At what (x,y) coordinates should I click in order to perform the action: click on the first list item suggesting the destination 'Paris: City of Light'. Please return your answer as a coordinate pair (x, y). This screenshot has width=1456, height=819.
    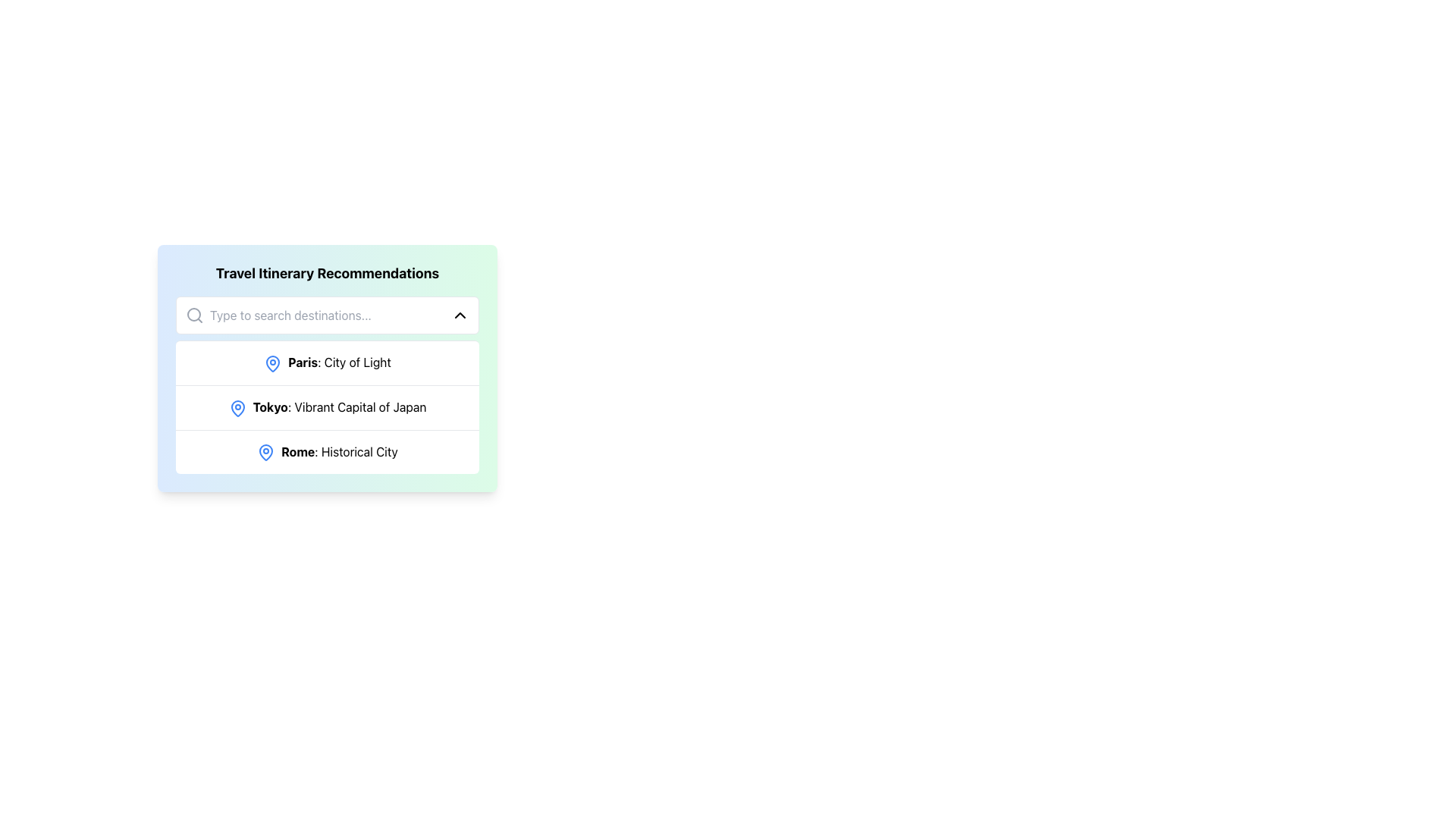
    Looking at the image, I should click on (327, 362).